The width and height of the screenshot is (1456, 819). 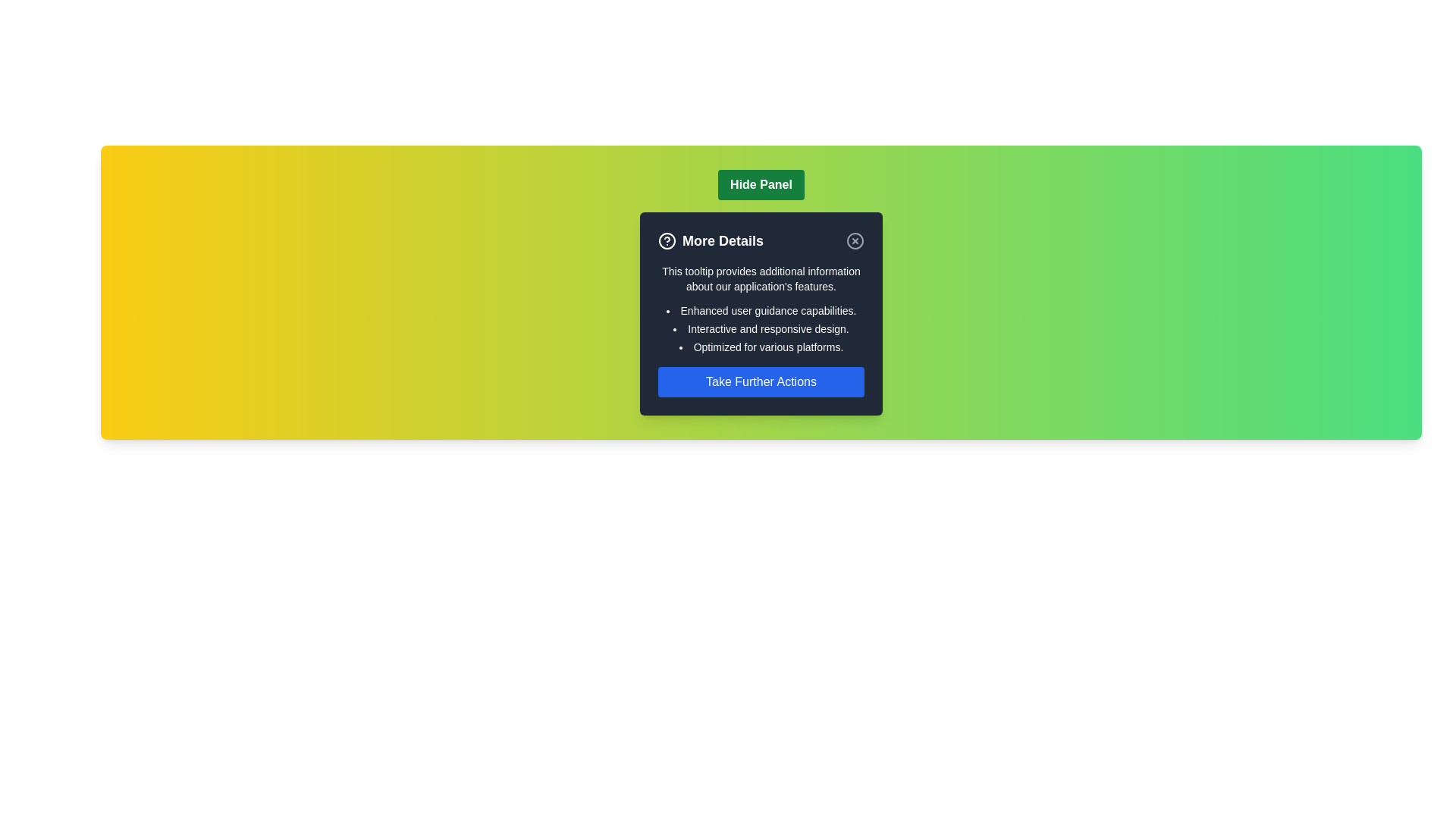 What do you see at coordinates (667, 240) in the screenshot?
I see `the help icon located on the left side of the 'More Details' tooltip header` at bounding box center [667, 240].